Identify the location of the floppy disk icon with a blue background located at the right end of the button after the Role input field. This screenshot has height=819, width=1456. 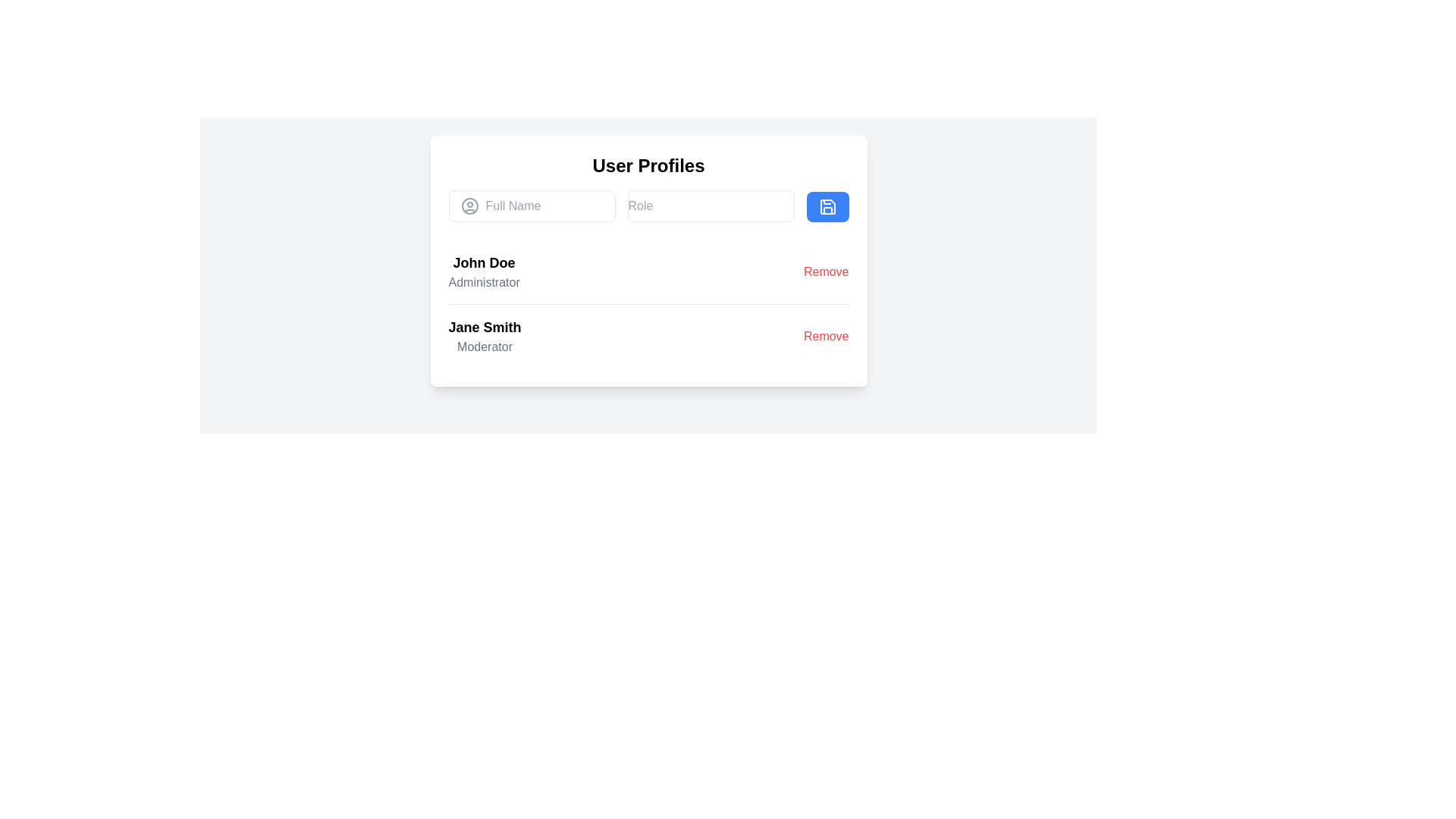
(827, 207).